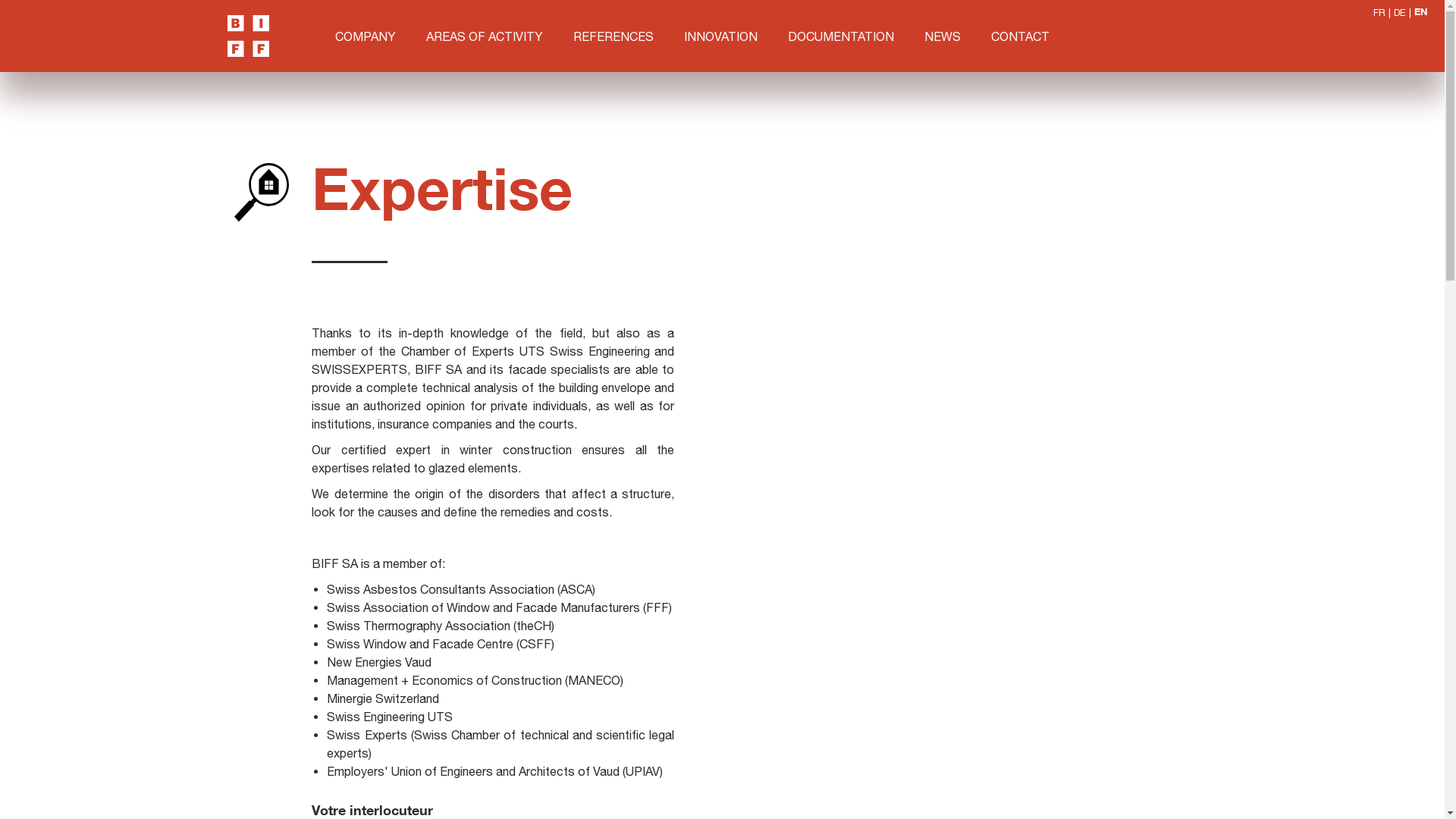 This screenshot has width=1456, height=819. I want to click on 'AREAS OF ACTIVITY', so click(483, 34).